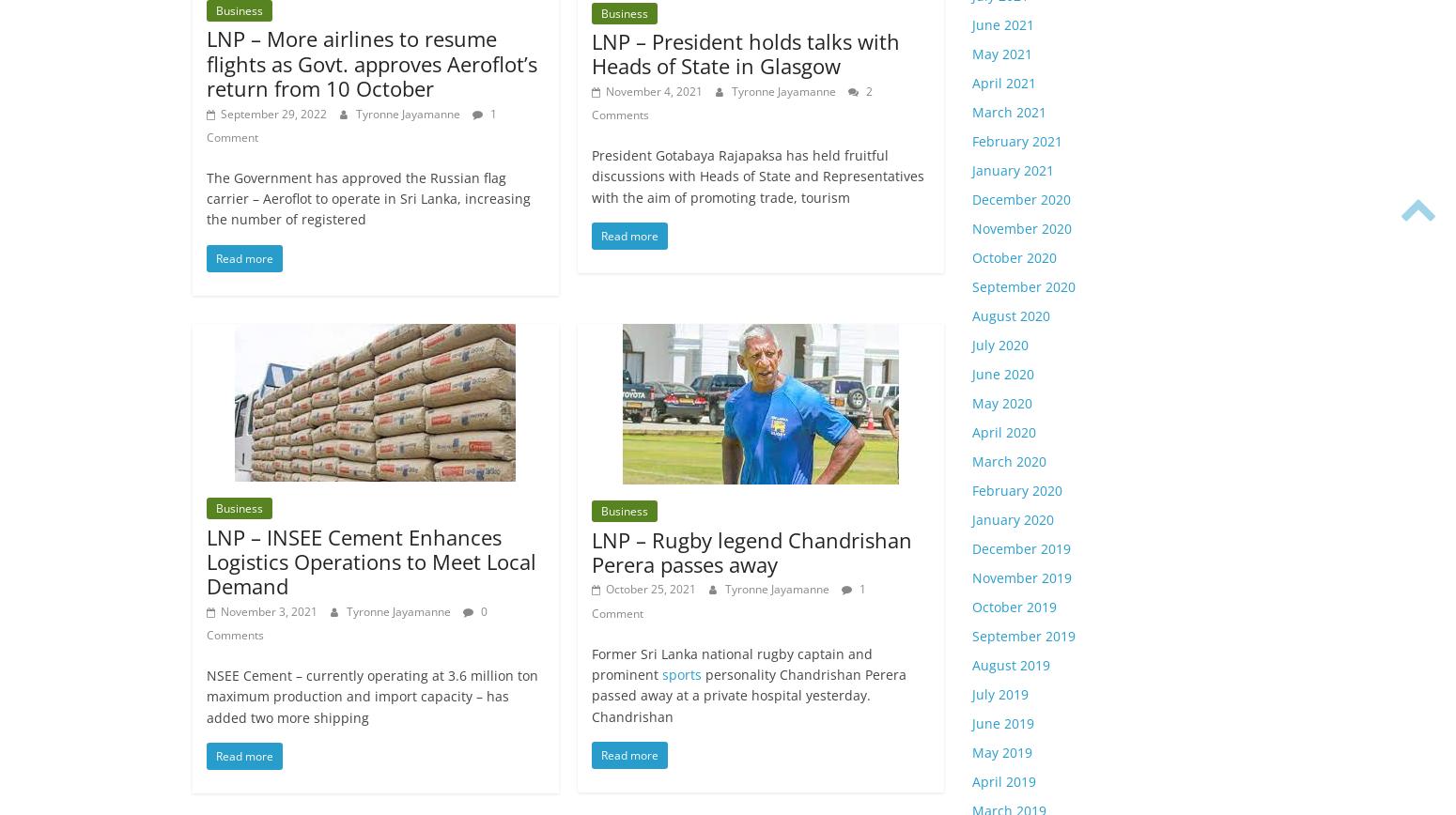 Image resolution: width=1456 pixels, height=815 pixels. Describe the element at coordinates (682, 674) in the screenshot. I see `'sports'` at that location.